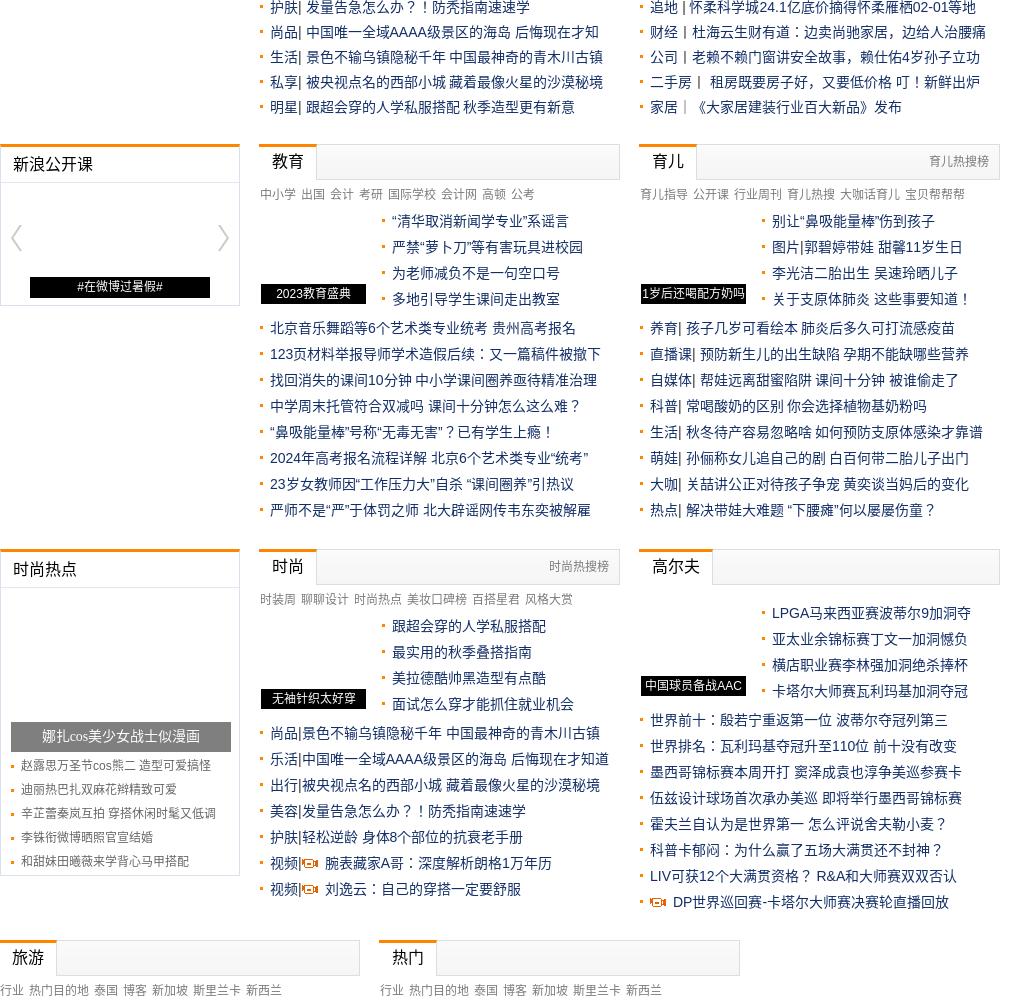 Image resolution: width=1020 pixels, height=1007 pixels. I want to click on '赵露思万圣节cos熊二 造型可爱搞怪', so click(114, 765).